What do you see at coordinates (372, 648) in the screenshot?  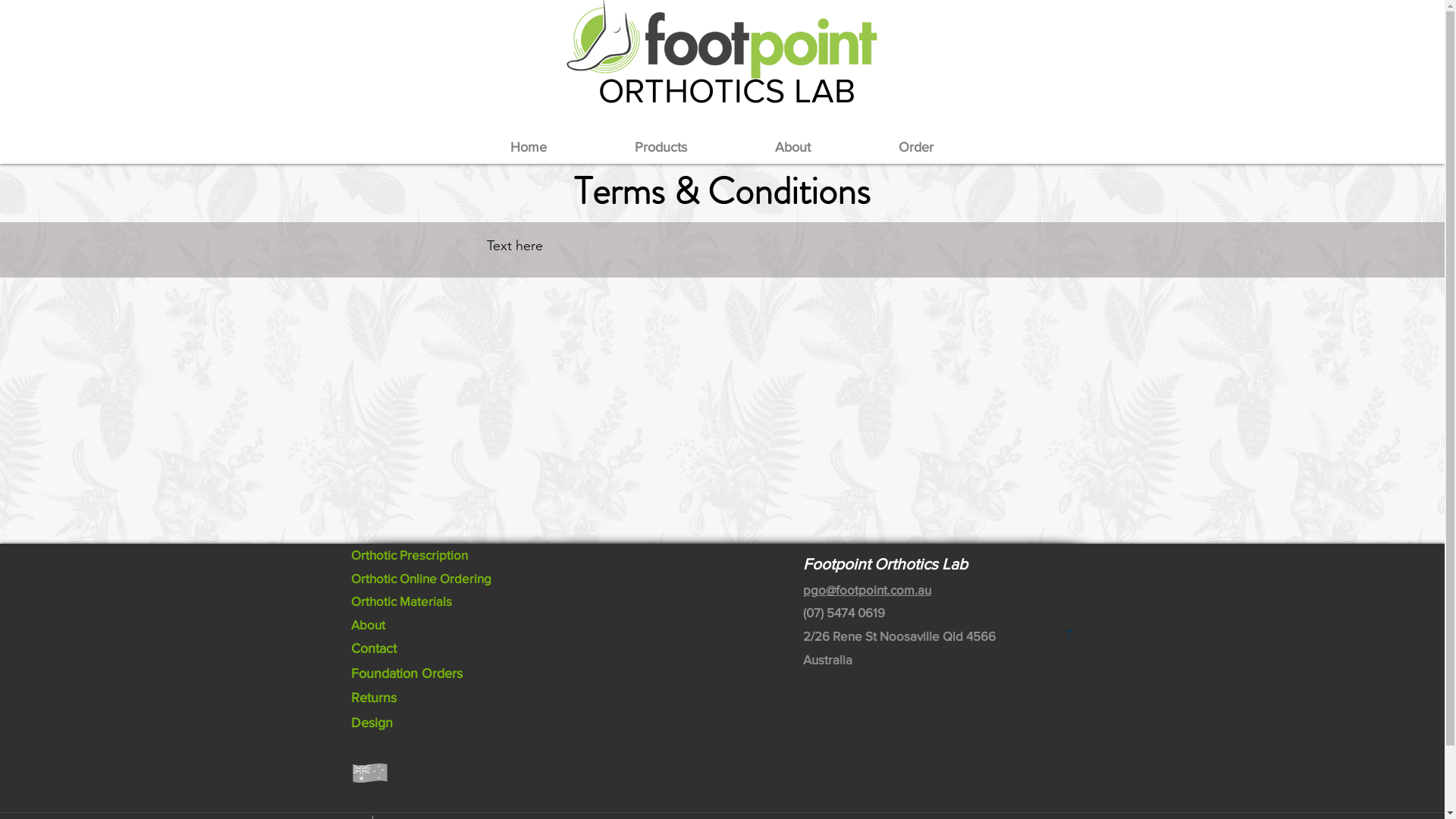 I see `'Contact'` at bounding box center [372, 648].